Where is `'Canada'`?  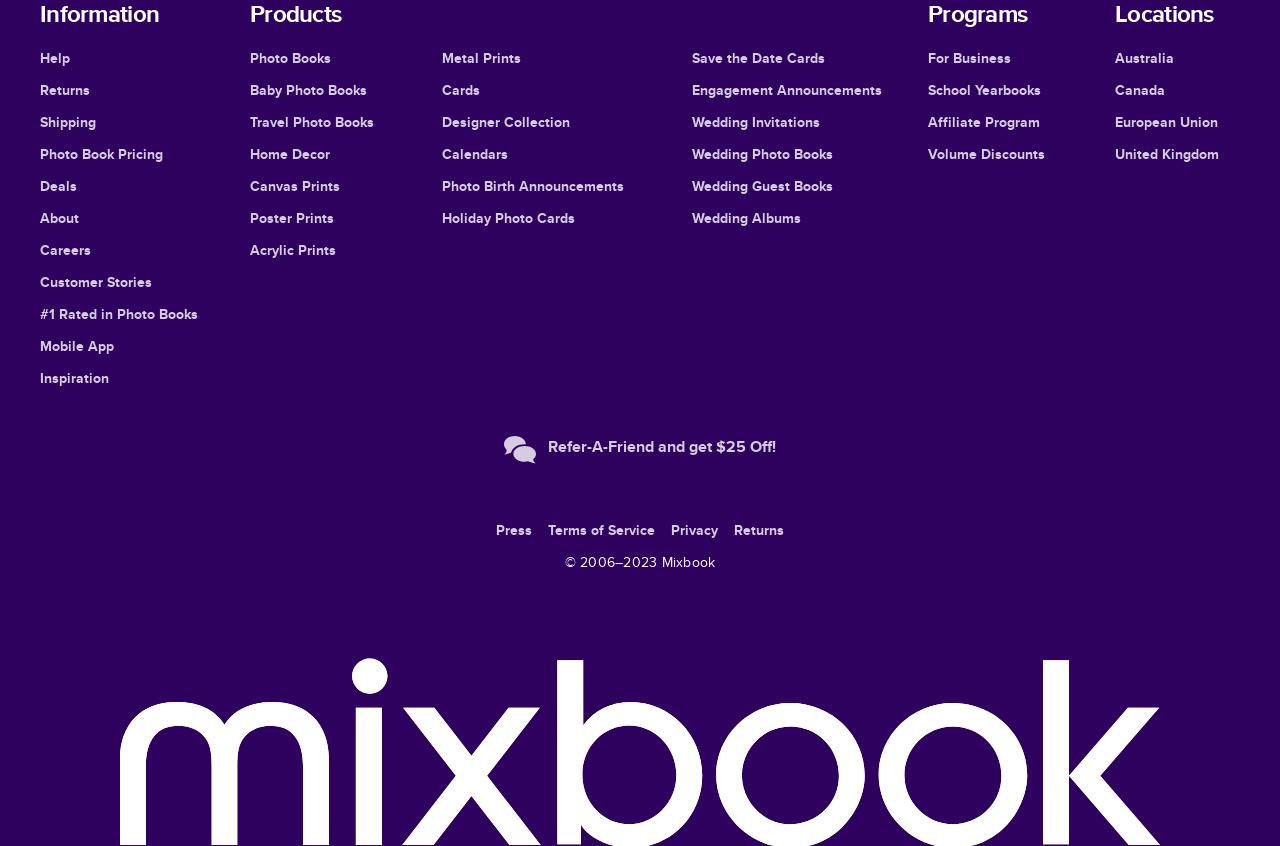 'Canada' is located at coordinates (1139, 90).